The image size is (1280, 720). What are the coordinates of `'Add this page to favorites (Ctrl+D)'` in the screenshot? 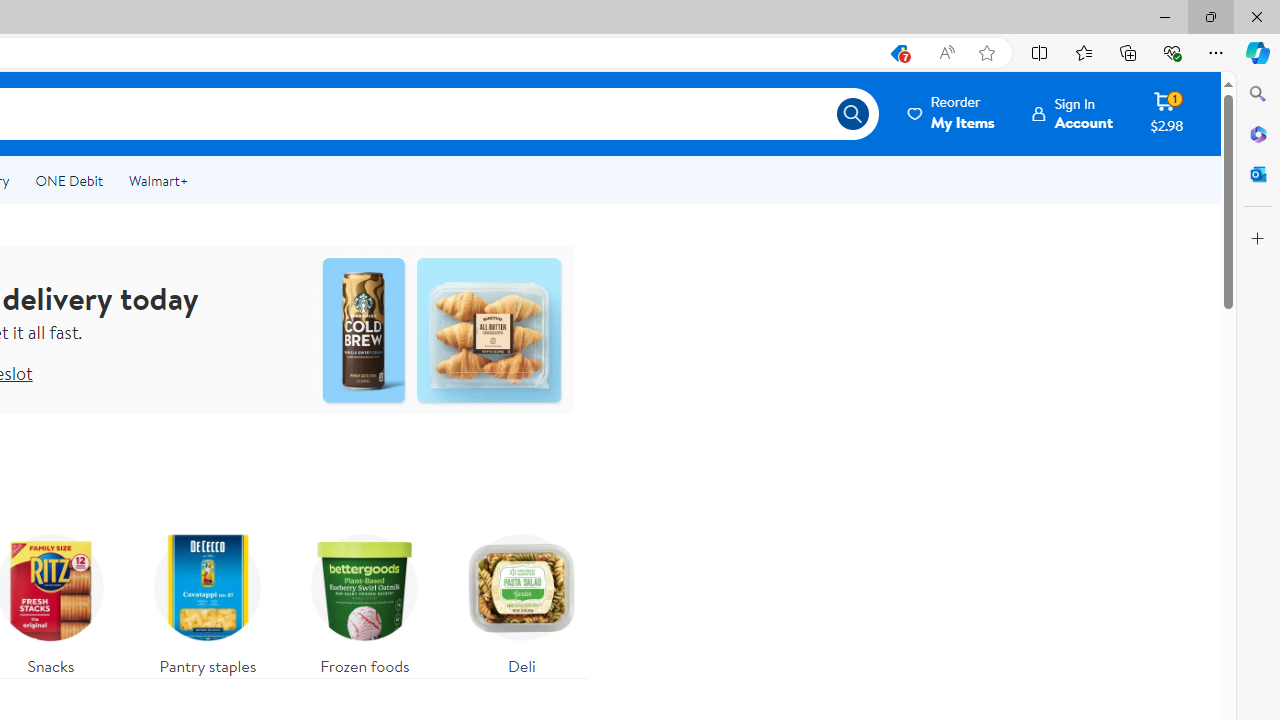 It's located at (986, 52).